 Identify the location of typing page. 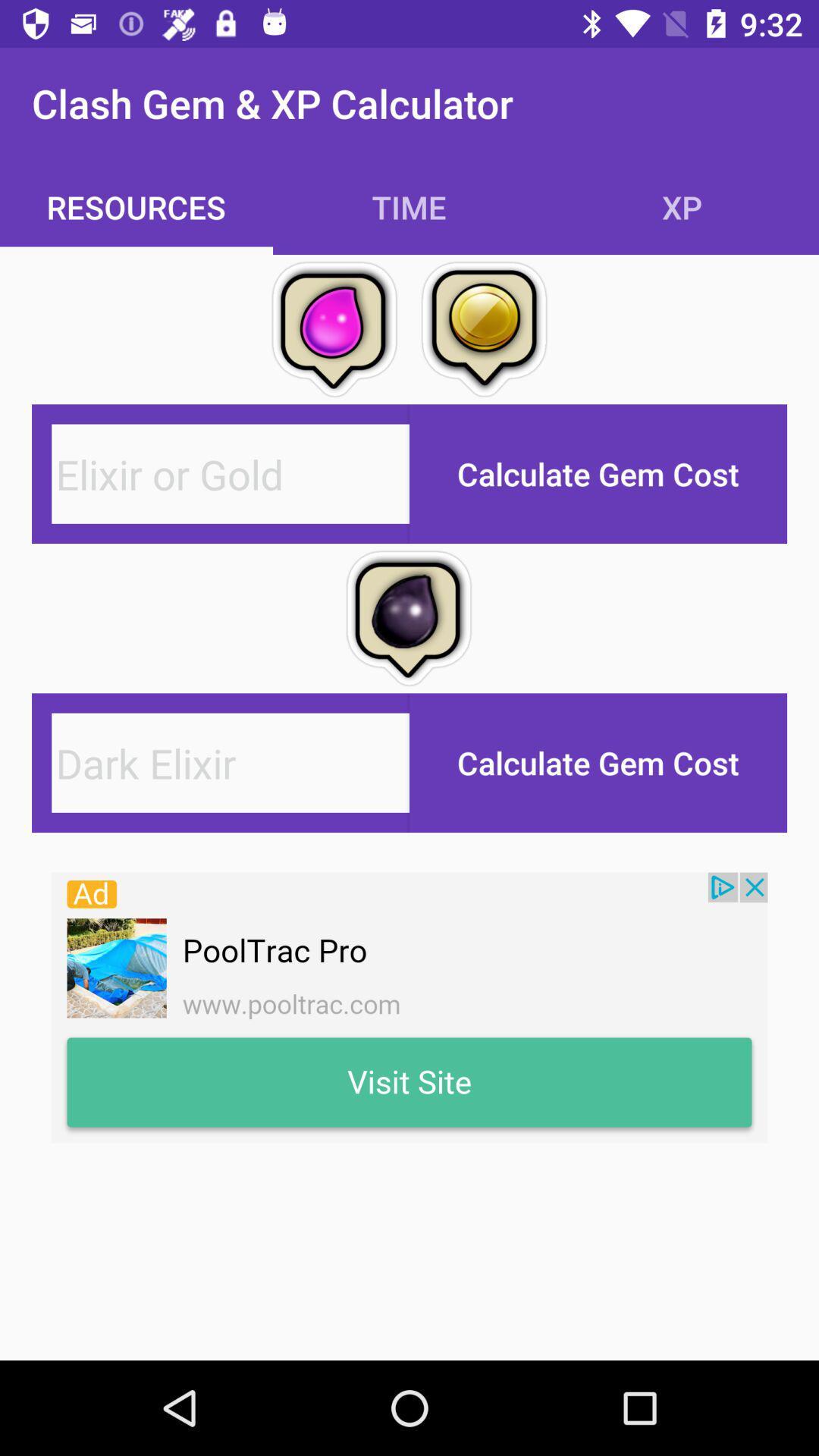
(231, 763).